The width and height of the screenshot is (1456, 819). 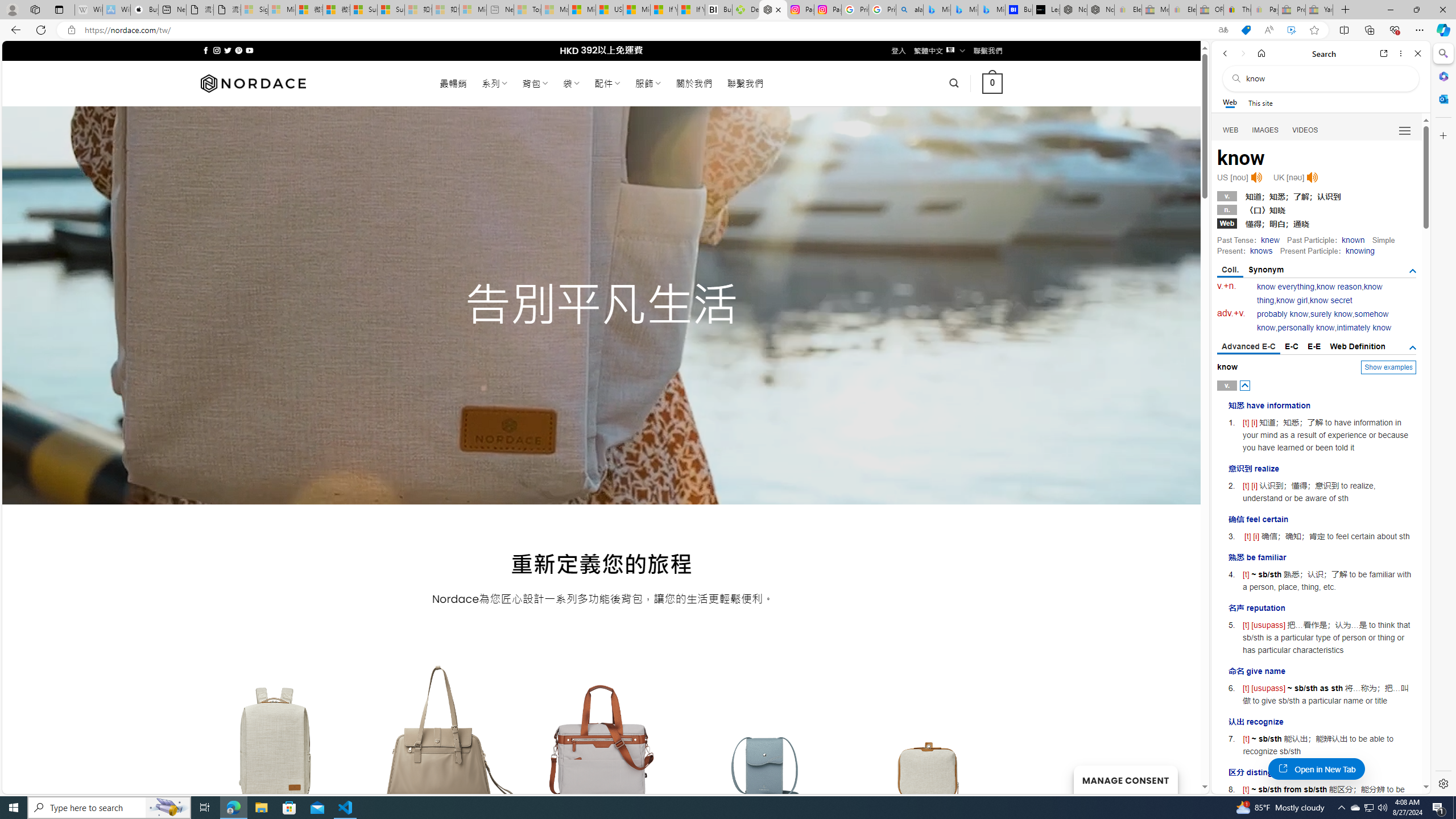 I want to click on 'Click to listen', so click(x=1312, y=177).